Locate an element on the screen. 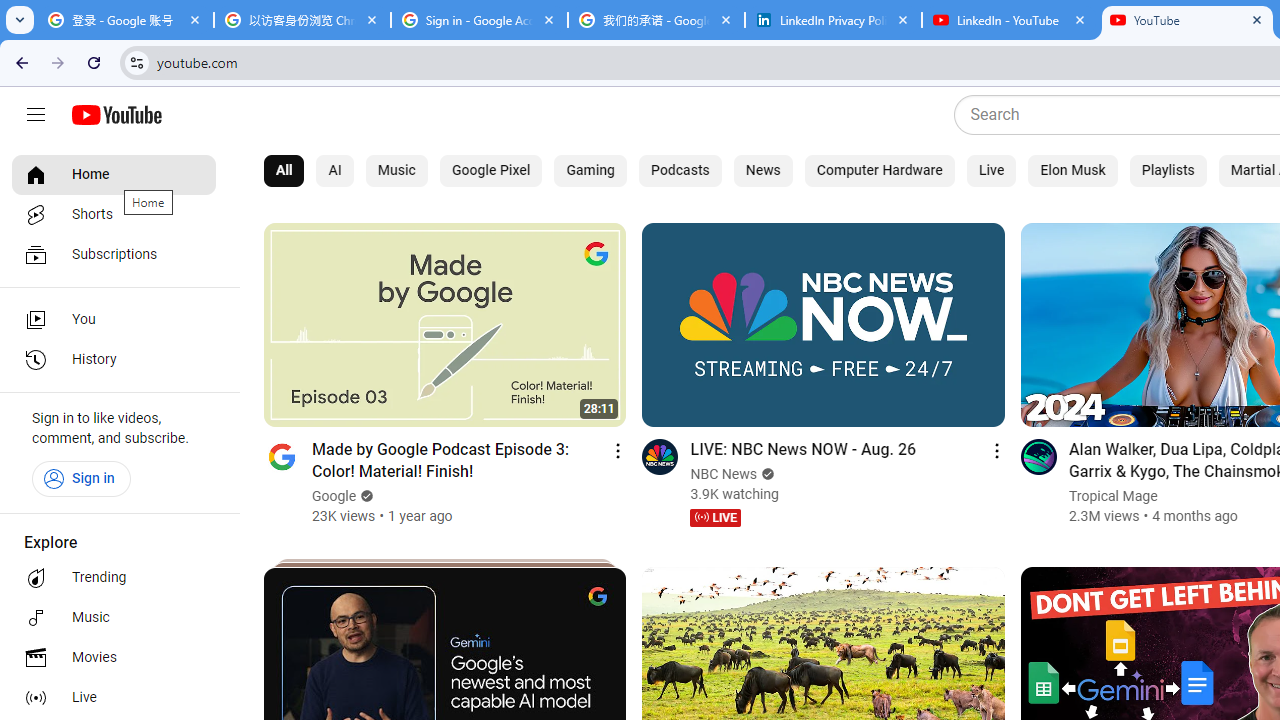 The height and width of the screenshot is (720, 1280). 'AI' is located at coordinates (335, 170).